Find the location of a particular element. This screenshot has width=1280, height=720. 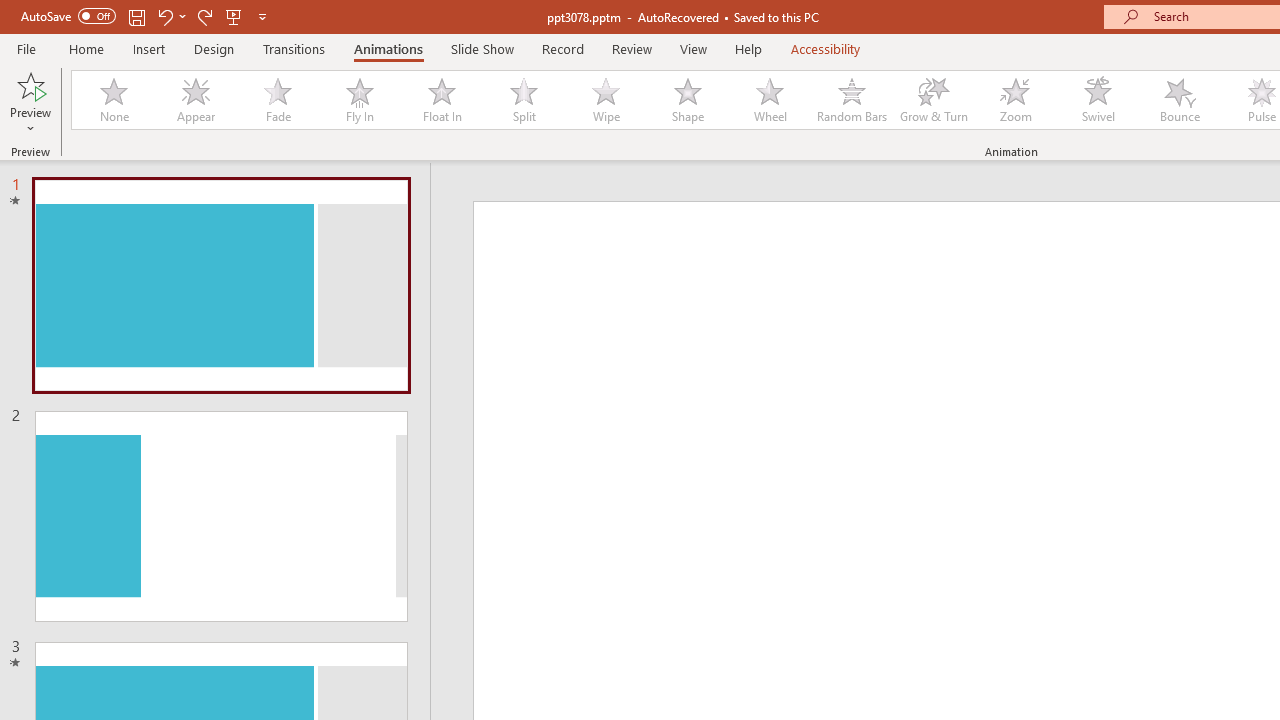

'Preview' is located at coordinates (30, 103).